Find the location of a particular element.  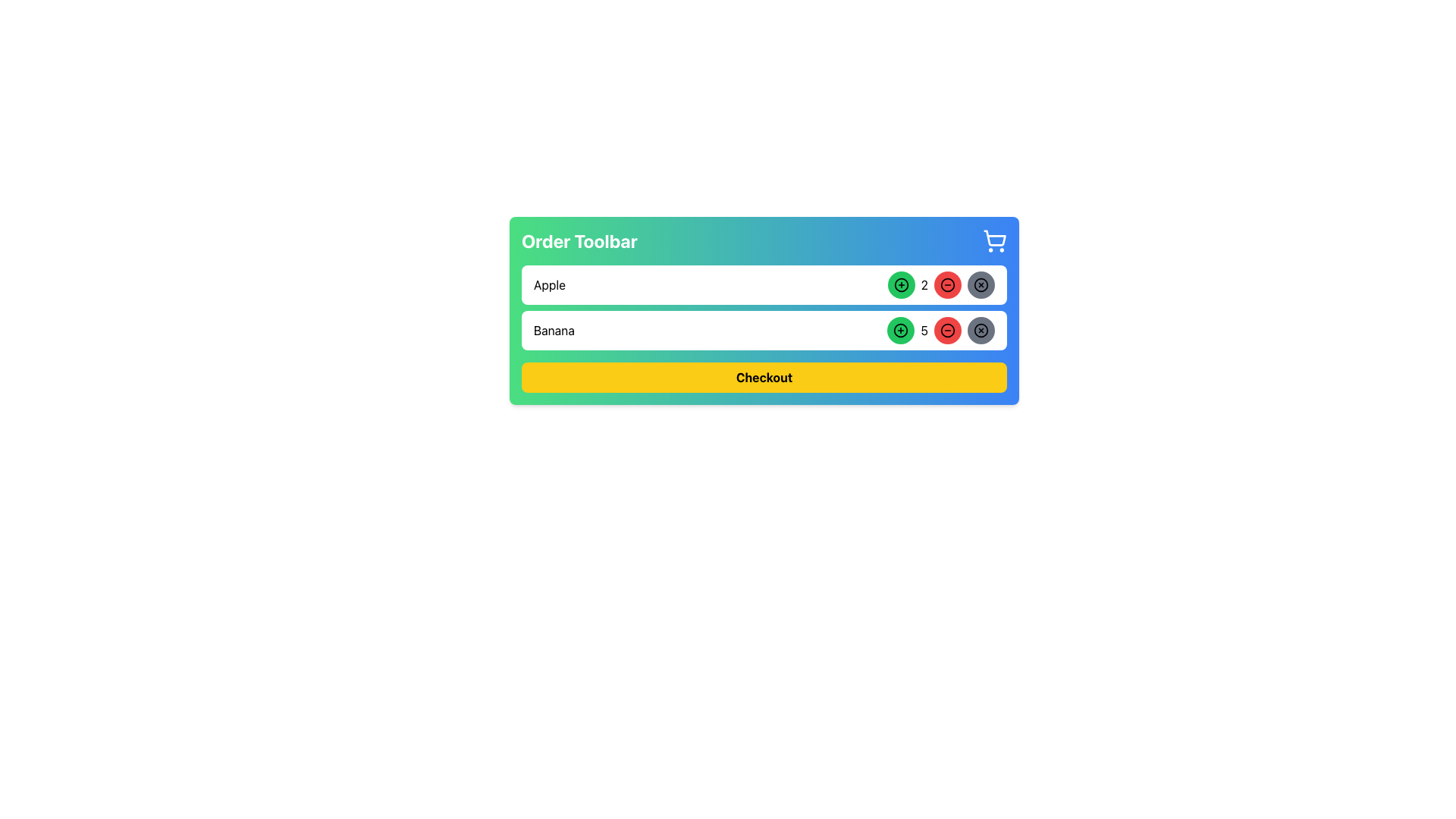

the circular green button with a black plus symbol, located in the second row of the toolbar, to increment the value is located at coordinates (901, 329).